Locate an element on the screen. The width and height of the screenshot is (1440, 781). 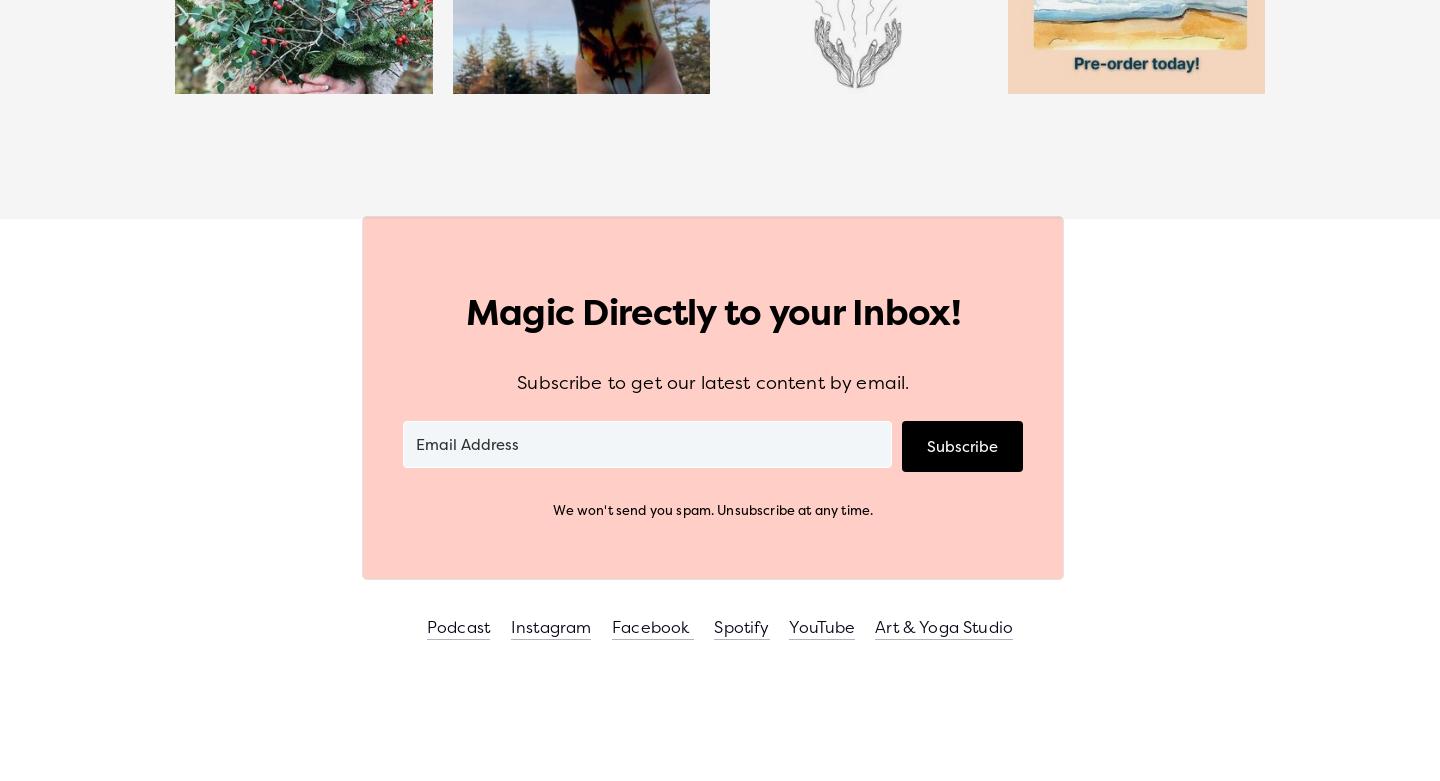
'Podcast' is located at coordinates (425, 626).